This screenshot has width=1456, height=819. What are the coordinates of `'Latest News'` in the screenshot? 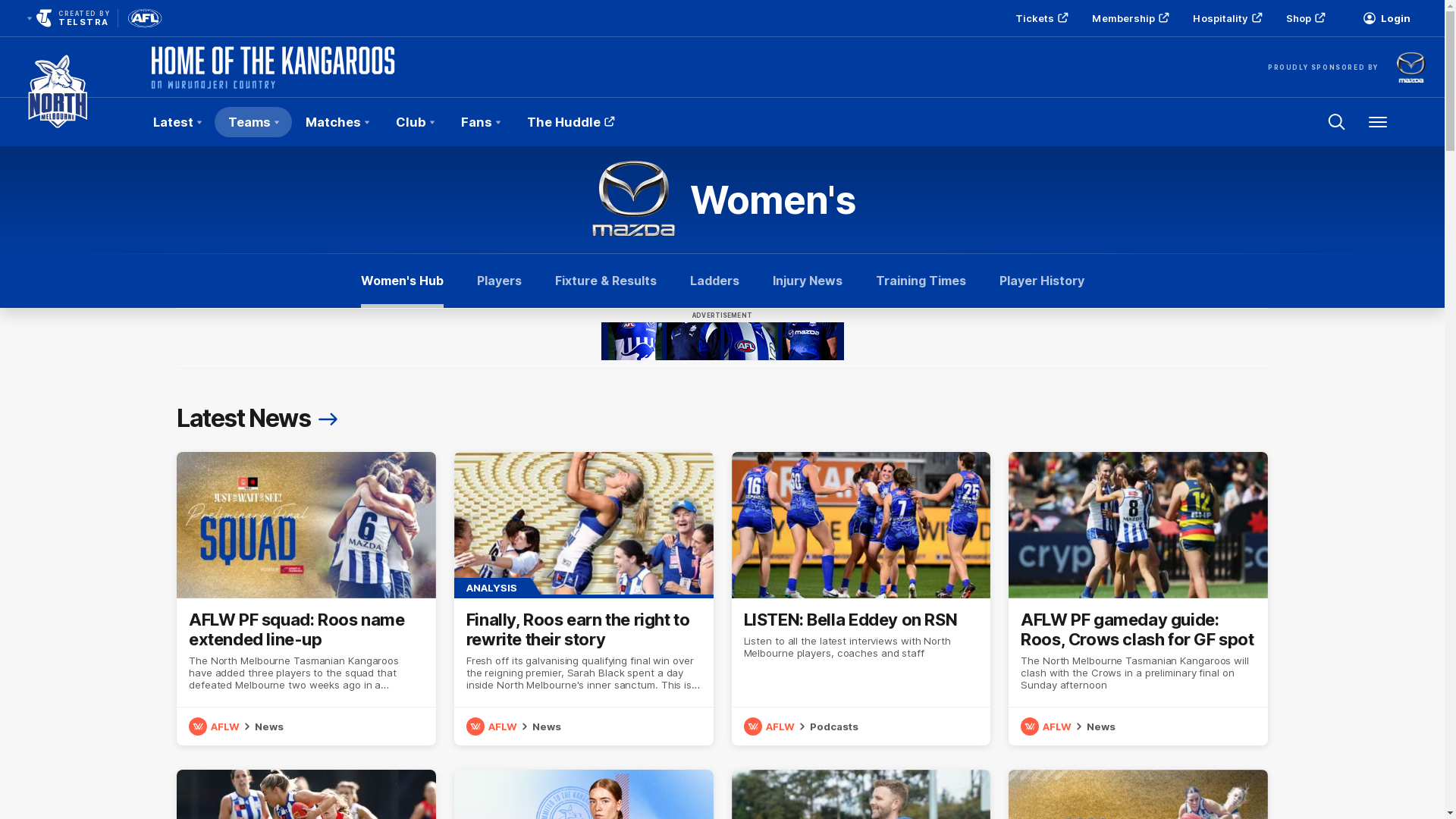 It's located at (259, 418).